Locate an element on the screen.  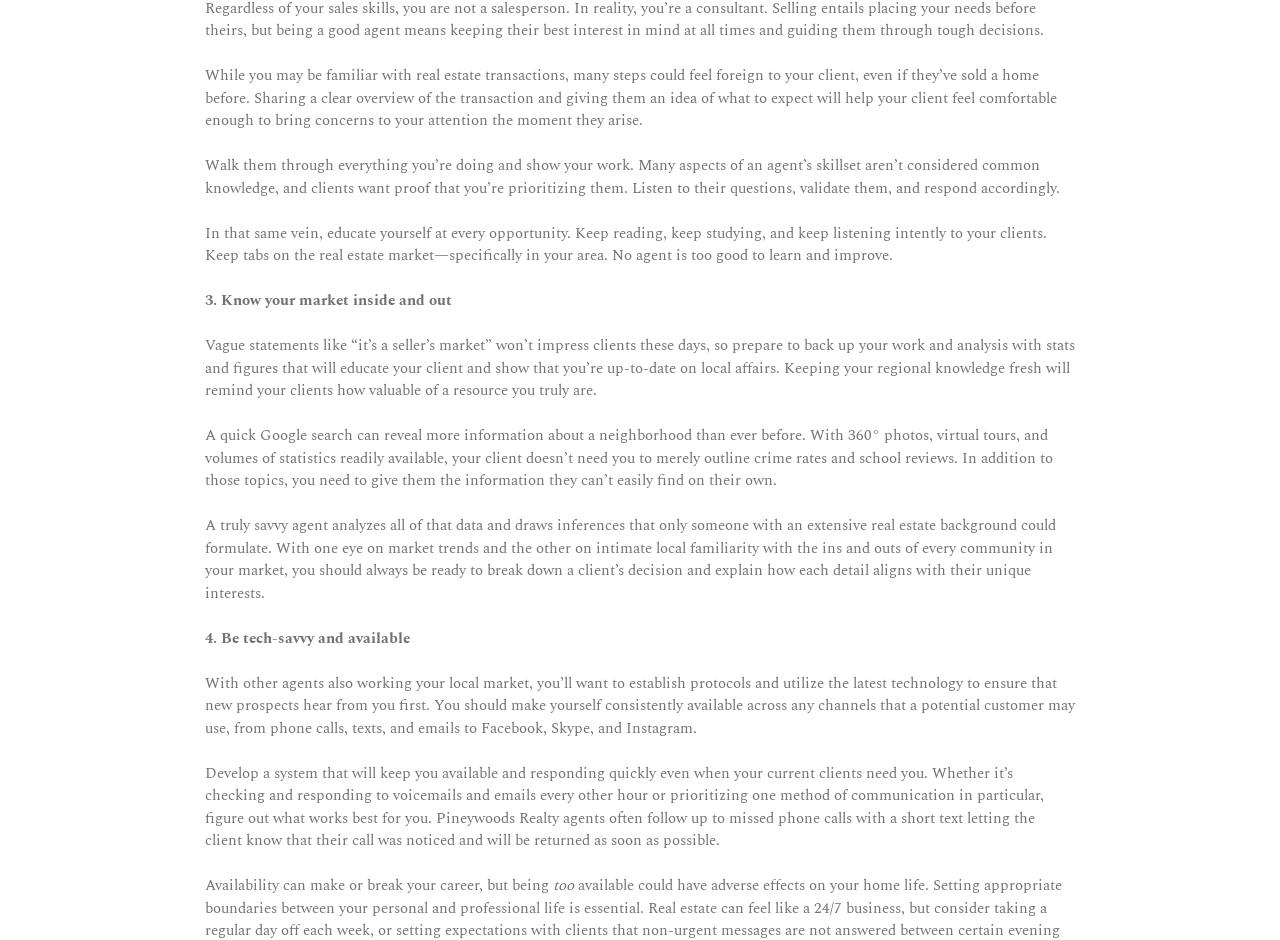
'With other agents also working your local market, you’ll want to establish protocols and utilize the latest technology to ensure that new prospects hear from you first. You should make yourself consistently available across any channels that a potential customer may use, from phone calls, texts, and emails to Facebook, Skype, and Instagram.' is located at coordinates (640, 705).